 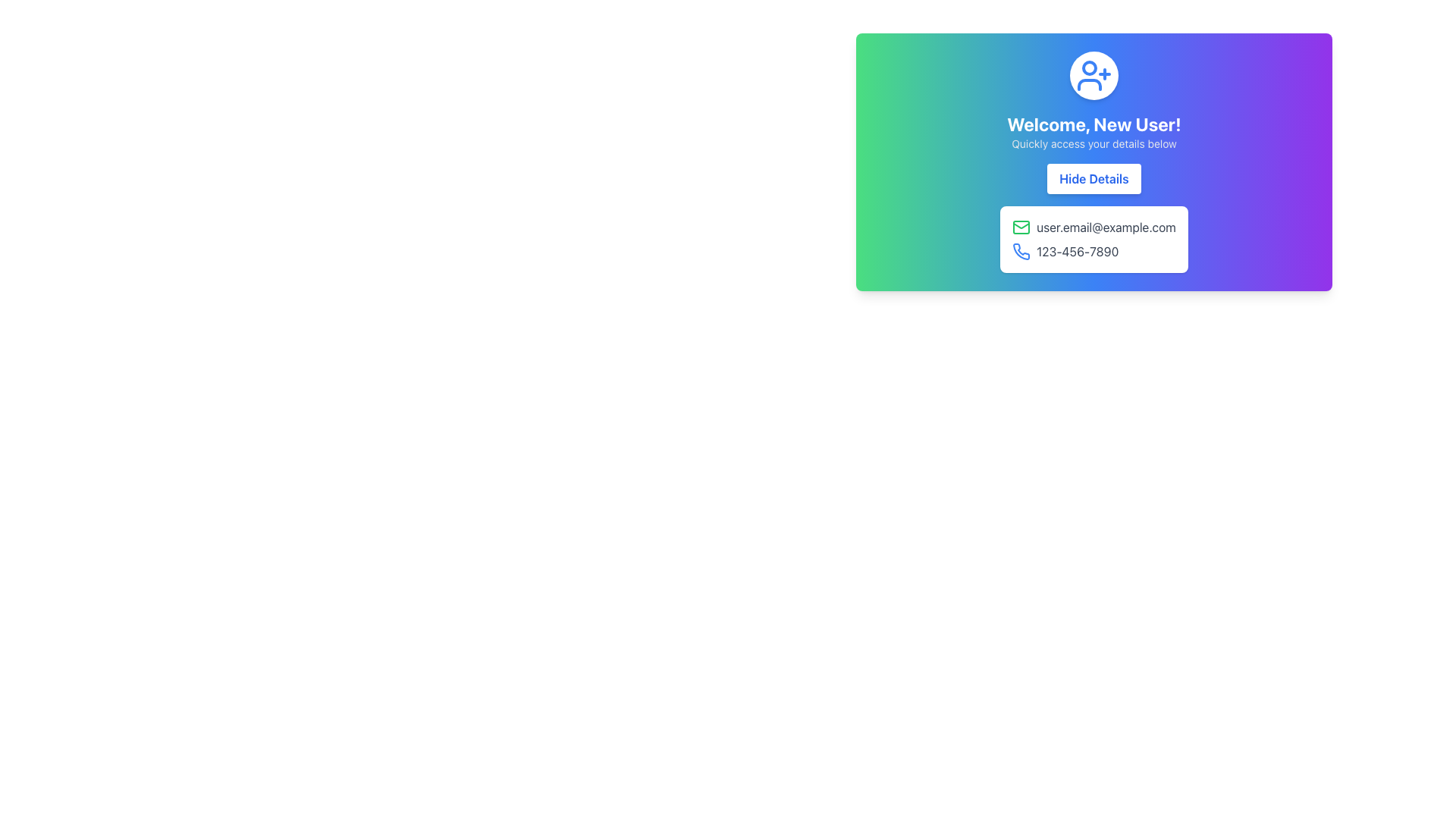 What do you see at coordinates (1094, 227) in the screenshot?
I see `the email address displayed within the white rounded box, which is the first item in a vertical list on the card` at bounding box center [1094, 227].